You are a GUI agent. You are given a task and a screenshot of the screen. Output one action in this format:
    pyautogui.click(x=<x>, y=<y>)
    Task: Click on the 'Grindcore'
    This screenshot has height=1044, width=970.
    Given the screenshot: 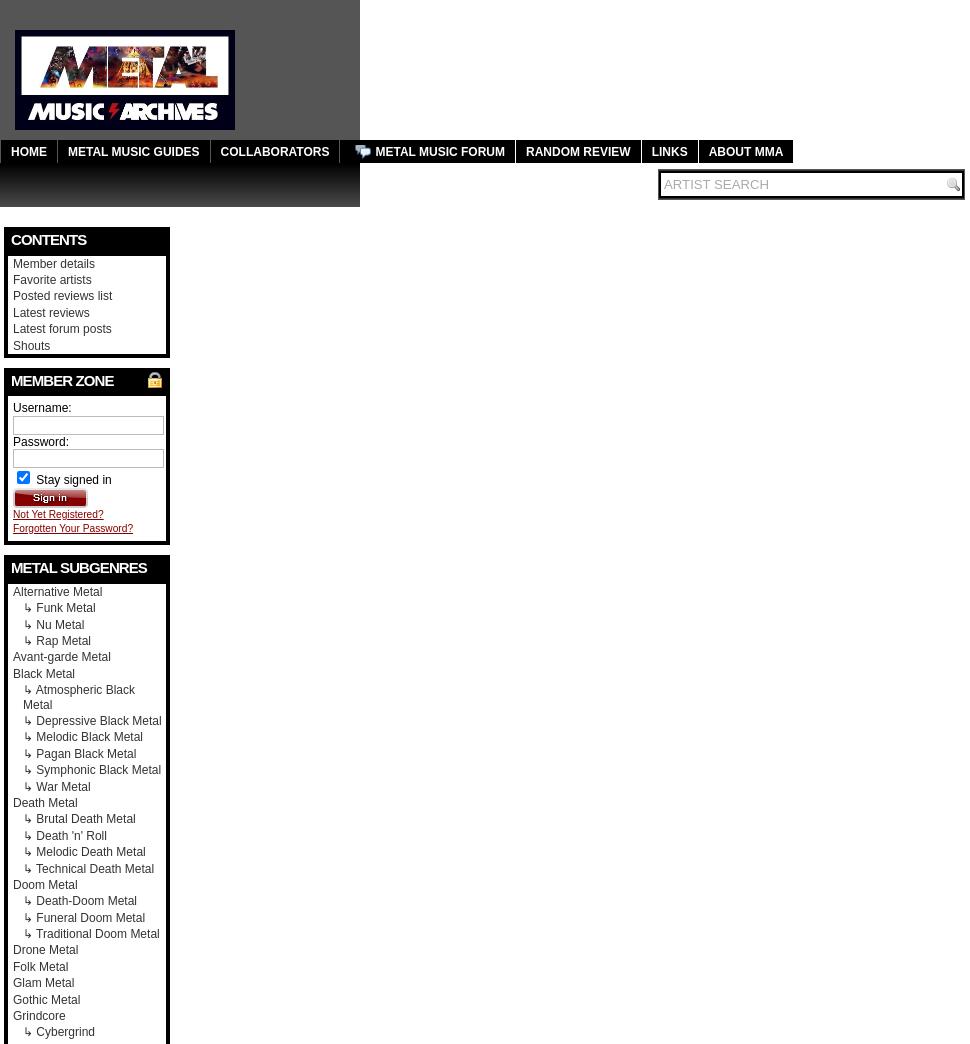 What is the action you would take?
    pyautogui.click(x=38, y=1016)
    